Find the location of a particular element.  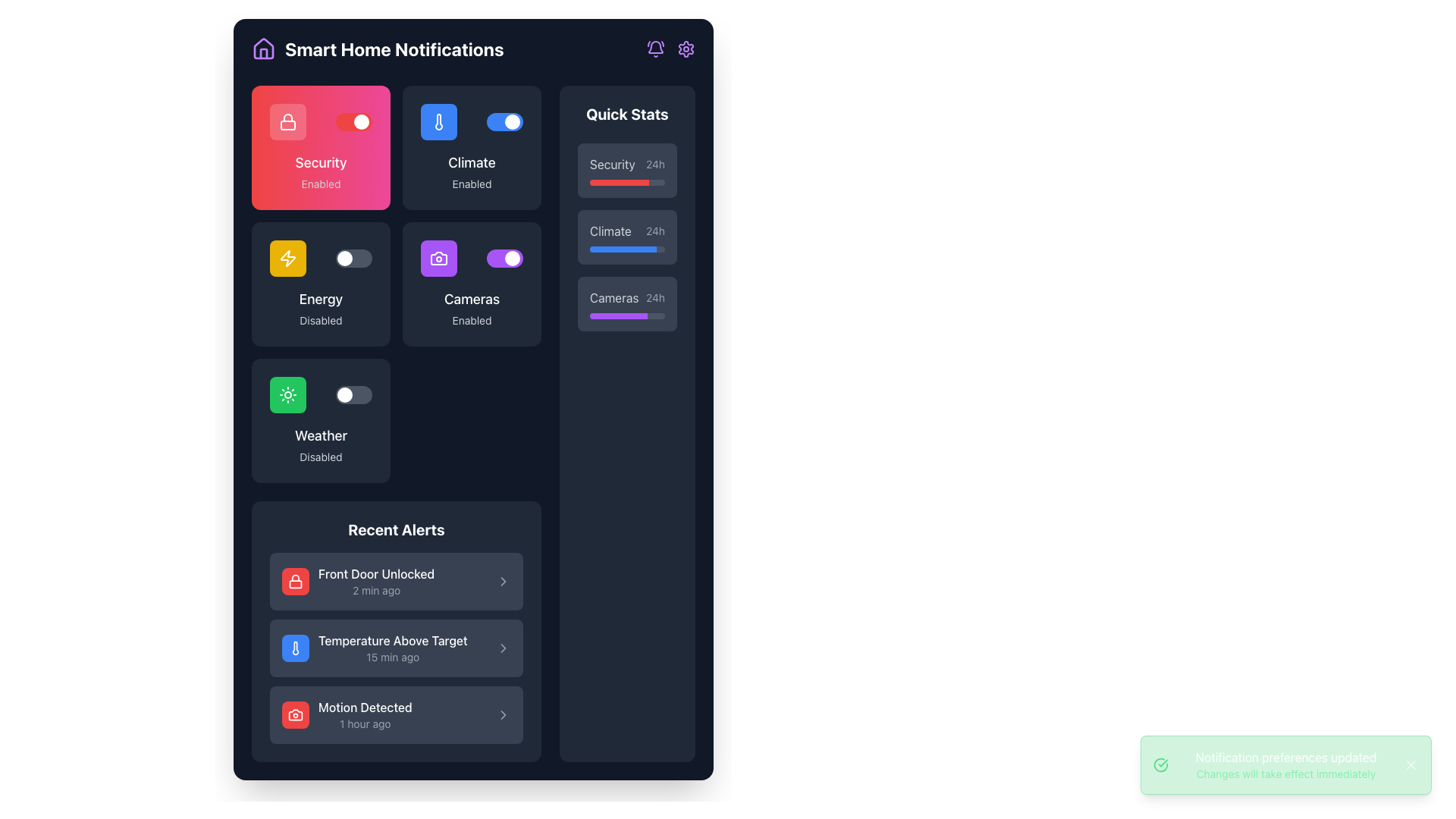

the house icon located at the top-left corner, representing the 'home' or dashboard context, if it is interactive is located at coordinates (263, 52).